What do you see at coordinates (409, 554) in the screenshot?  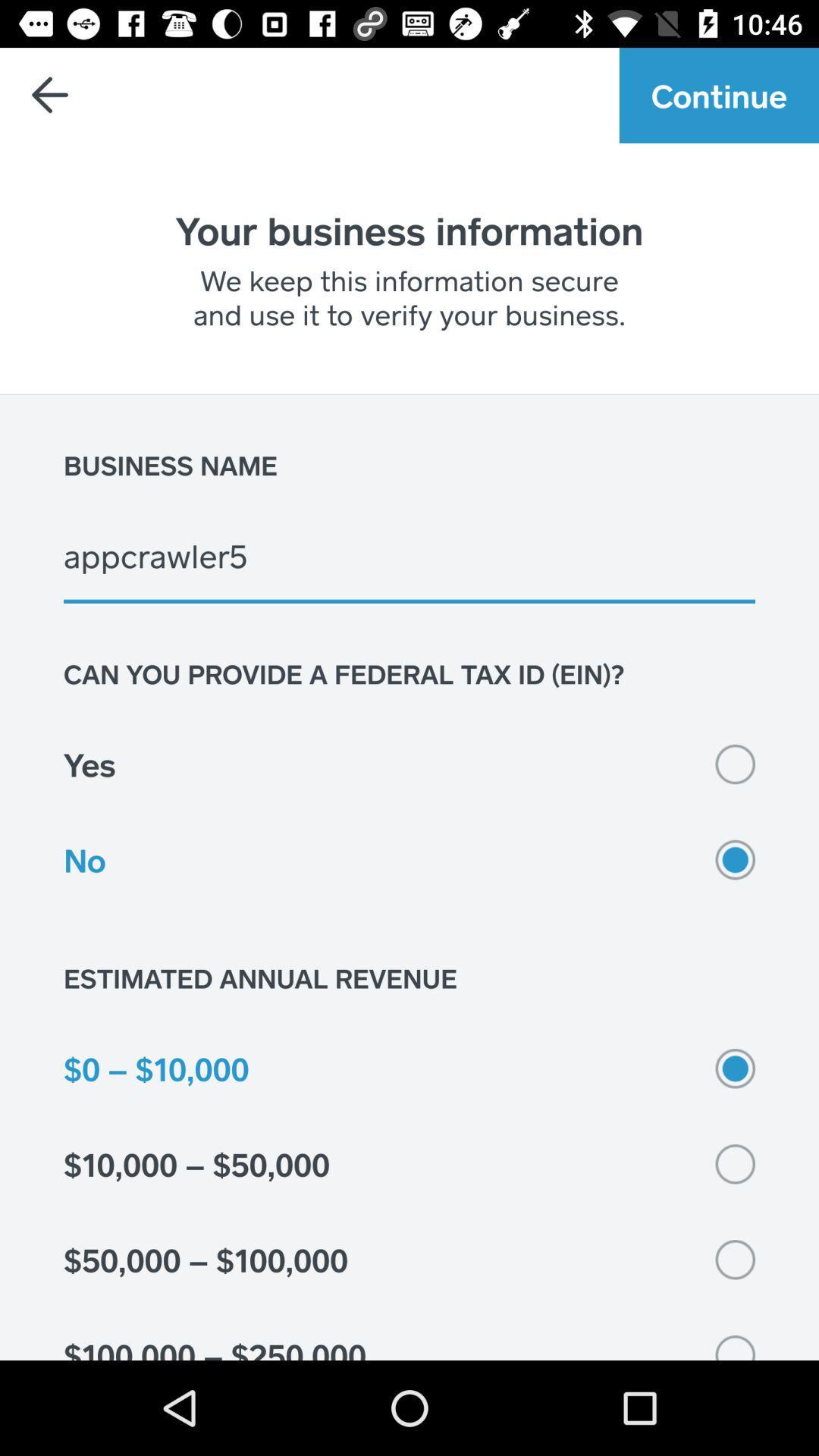 I see `the item below business name item` at bounding box center [409, 554].